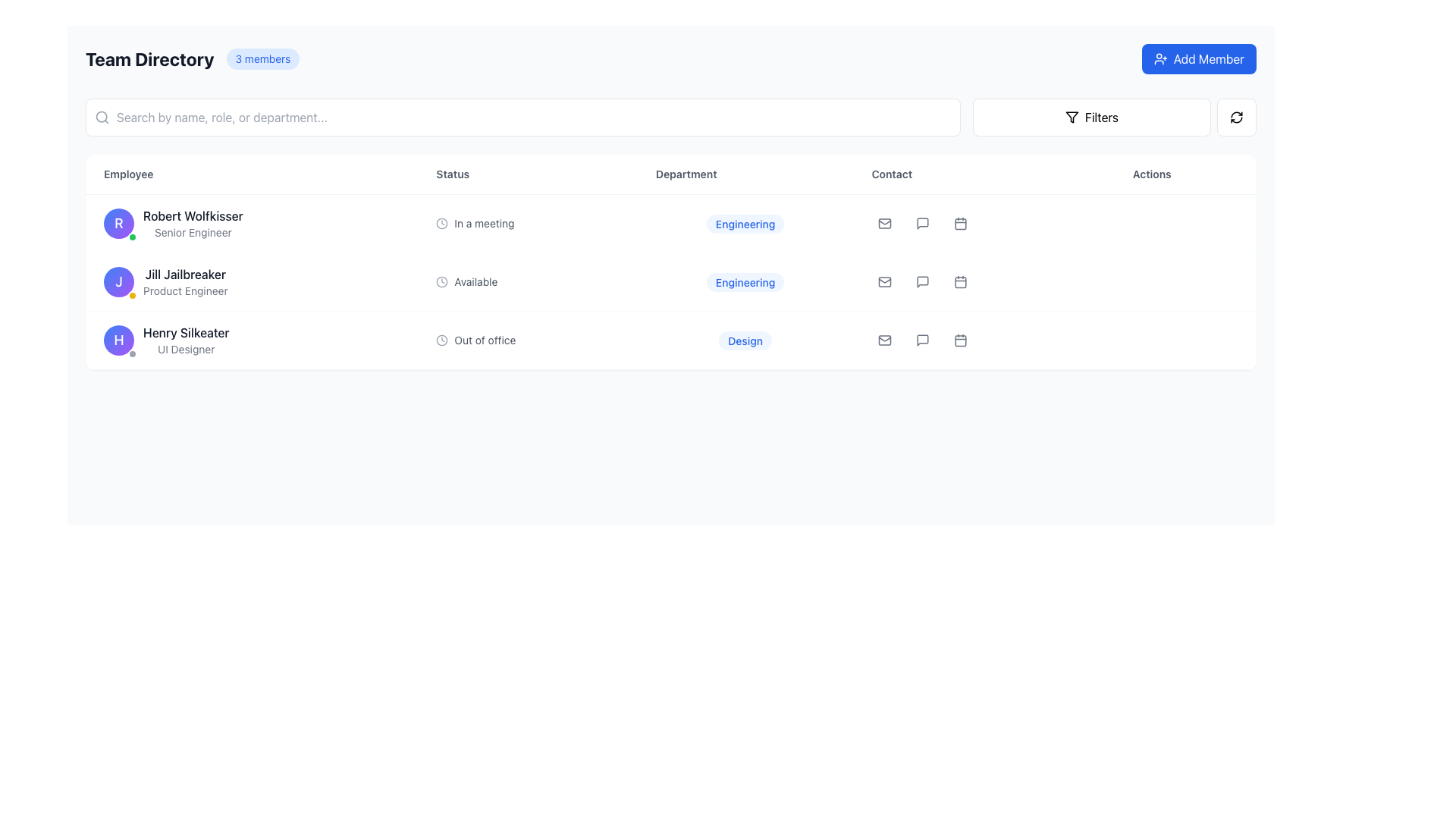  I want to click on the Profile card representing the first employee in the Team Directory list, which displays their name, role, and profile image, so click(252, 223).